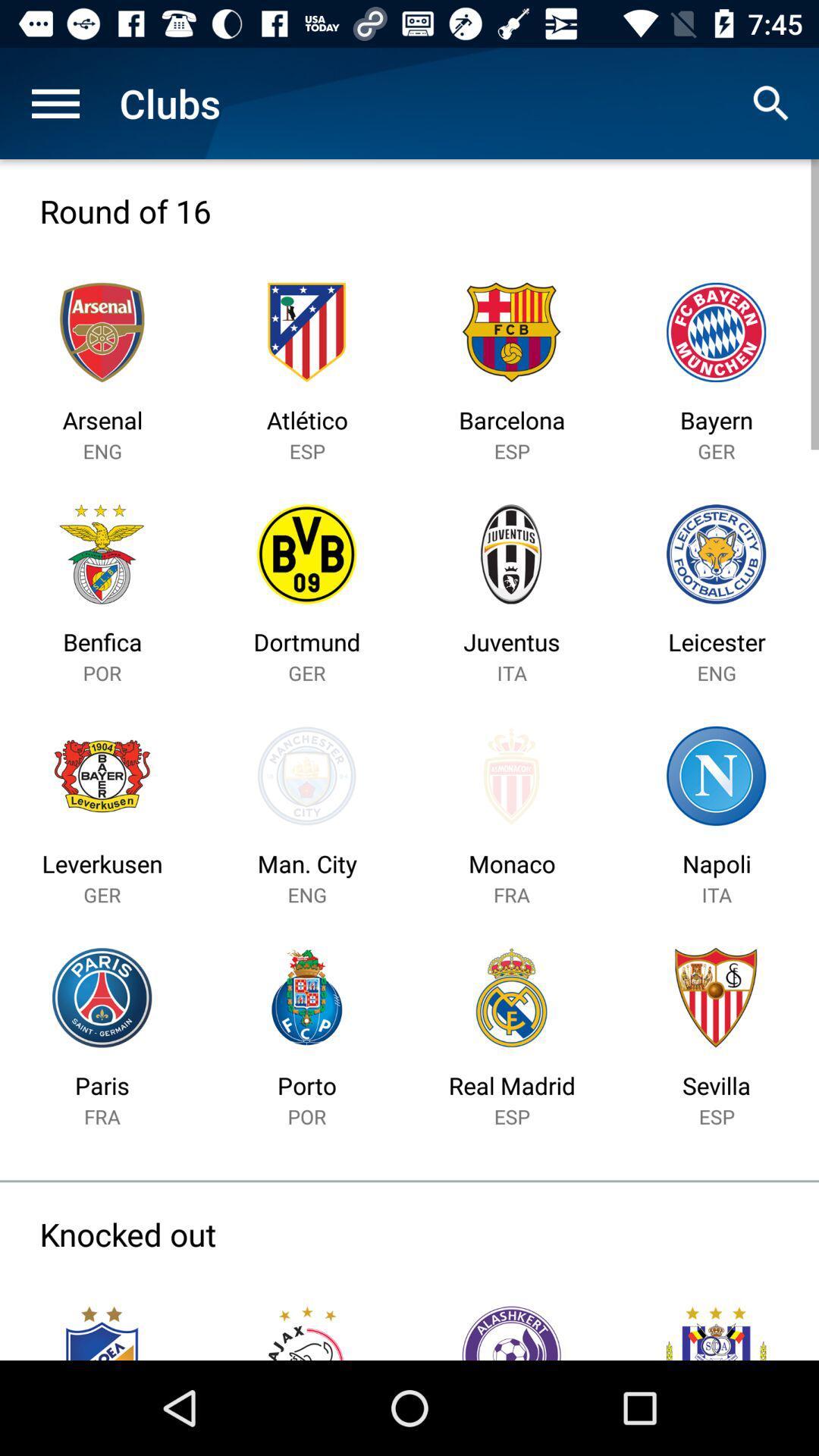 The width and height of the screenshot is (819, 1456). What do you see at coordinates (55, 102) in the screenshot?
I see `the item above round of 16 icon` at bounding box center [55, 102].